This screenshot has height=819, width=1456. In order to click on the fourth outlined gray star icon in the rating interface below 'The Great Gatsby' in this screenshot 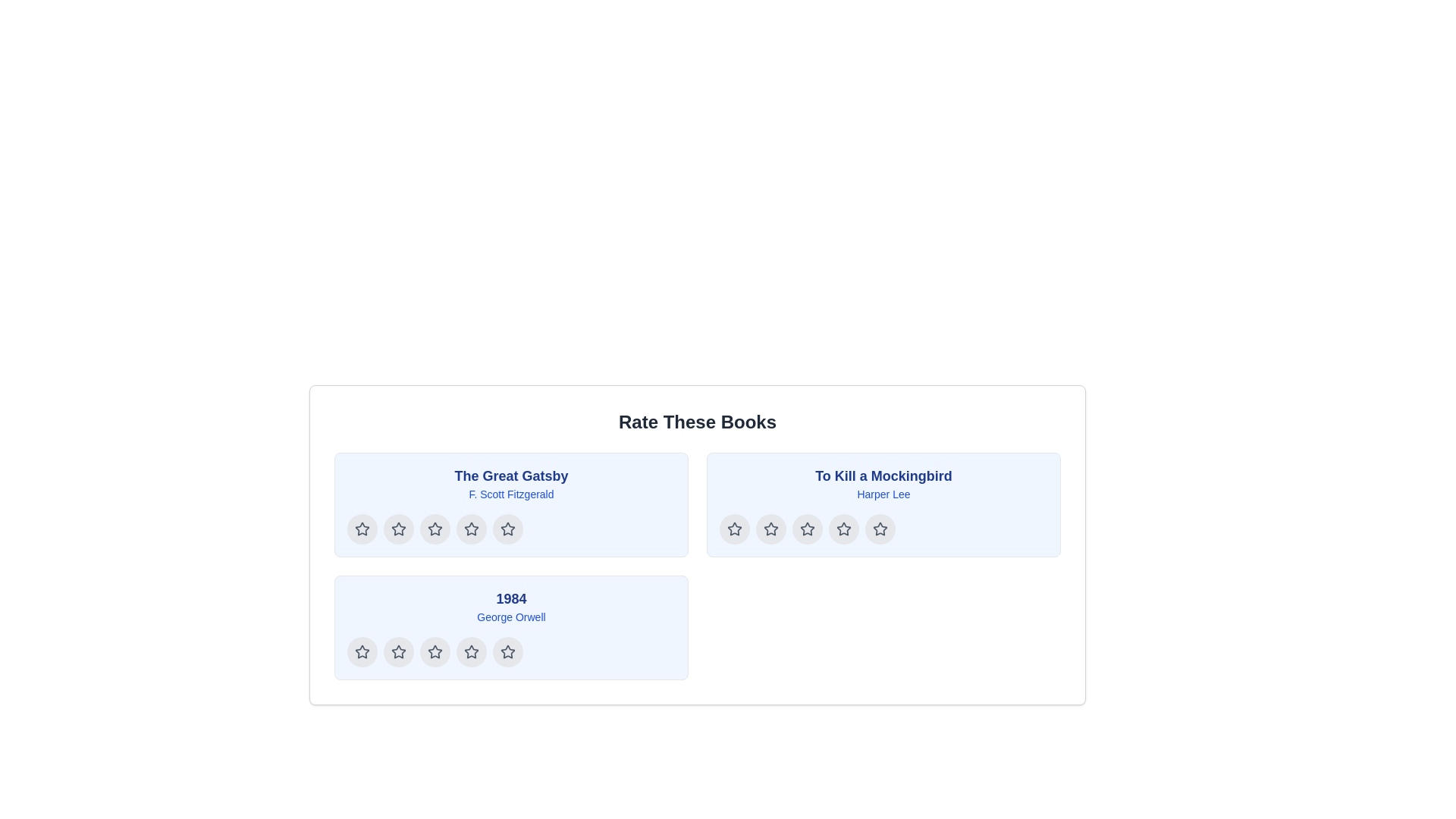, I will do `click(471, 528)`.